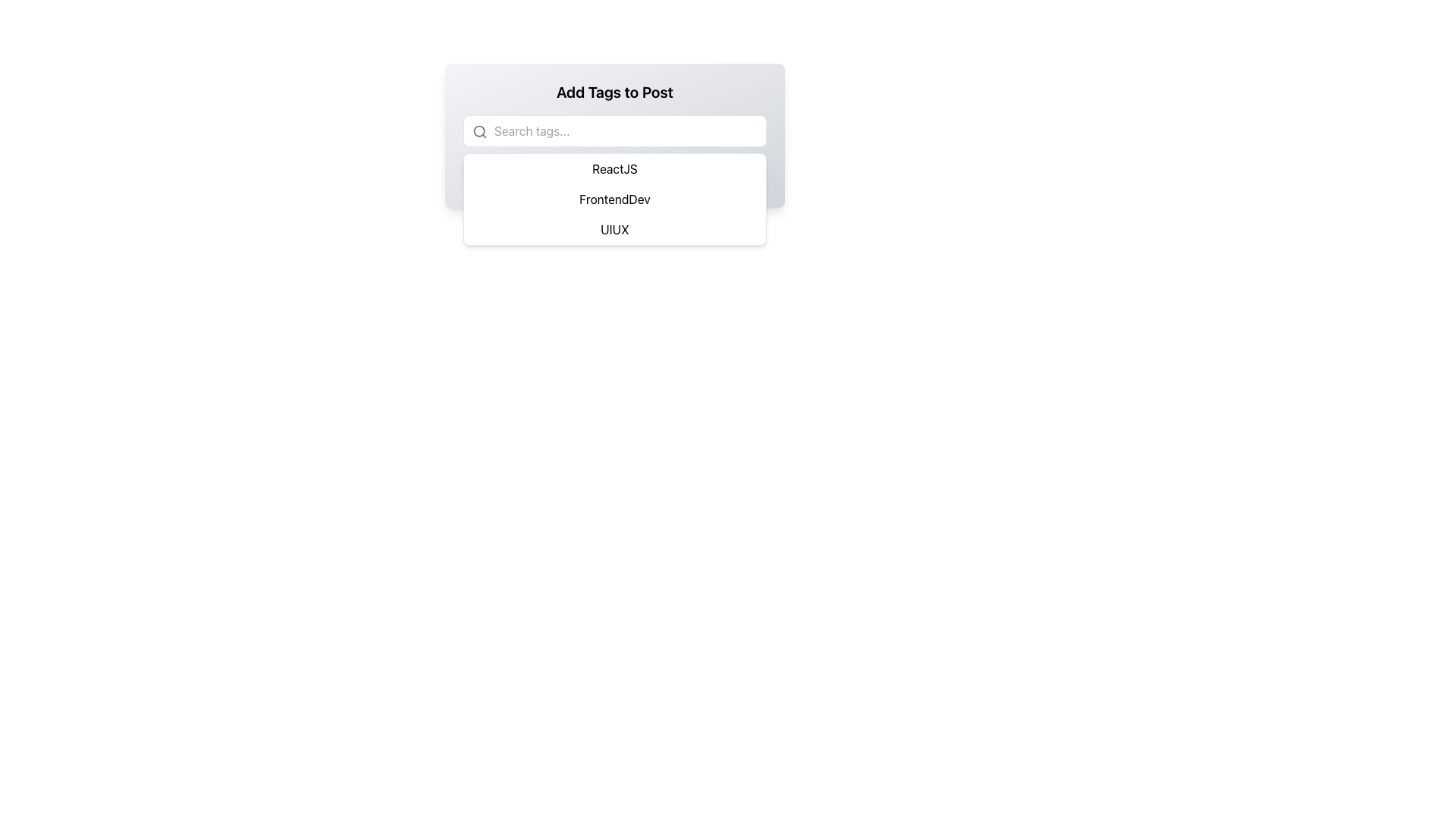  What do you see at coordinates (479, 130) in the screenshot?
I see `the Circle SVG component of the search icon, which represents the lens of the magnifying glass, located at the start of the input field labeled 'Search tags...'` at bounding box center [479, 130].